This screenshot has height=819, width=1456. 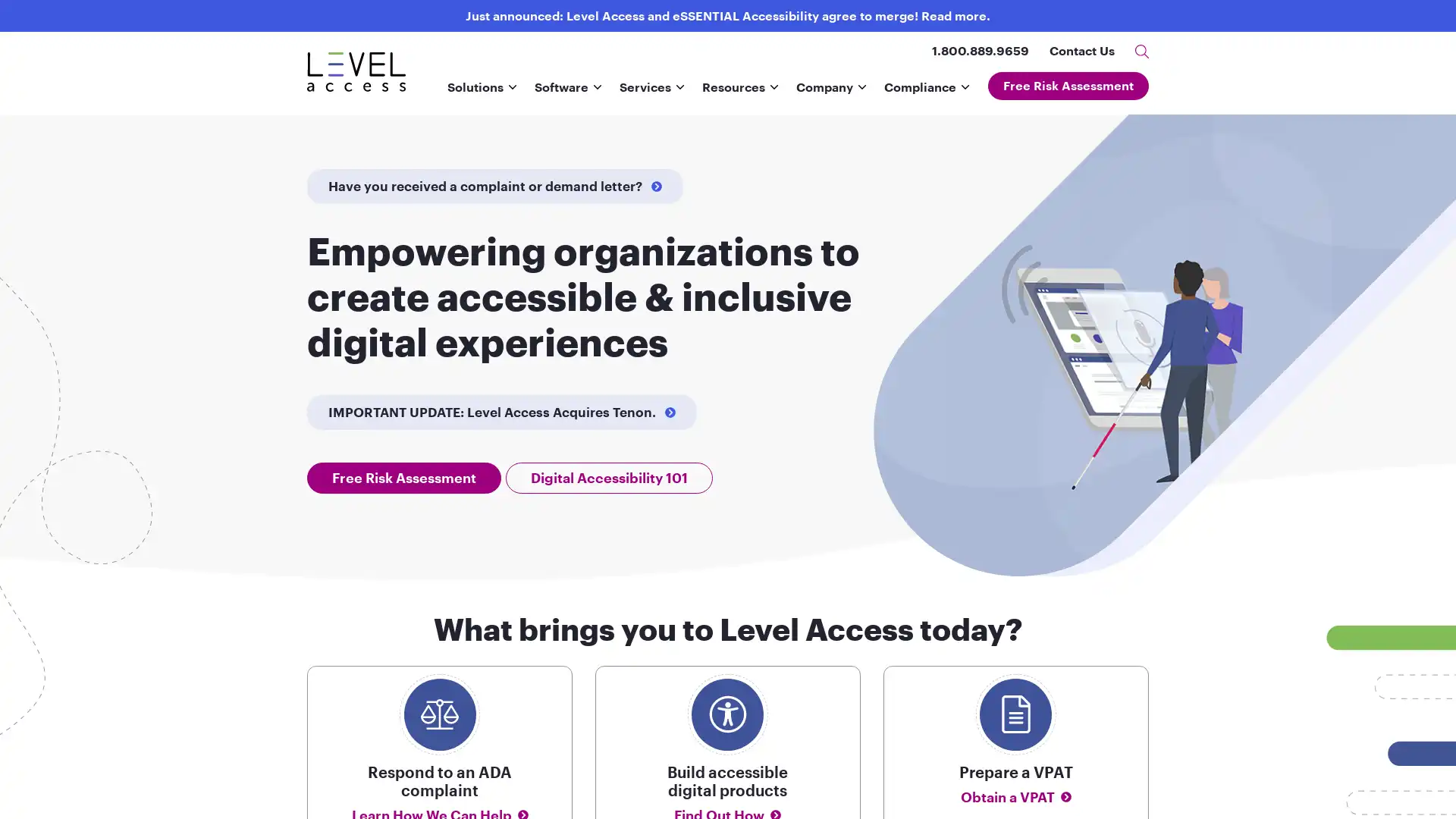 I want to click on Software, so click(x=566, y=93).